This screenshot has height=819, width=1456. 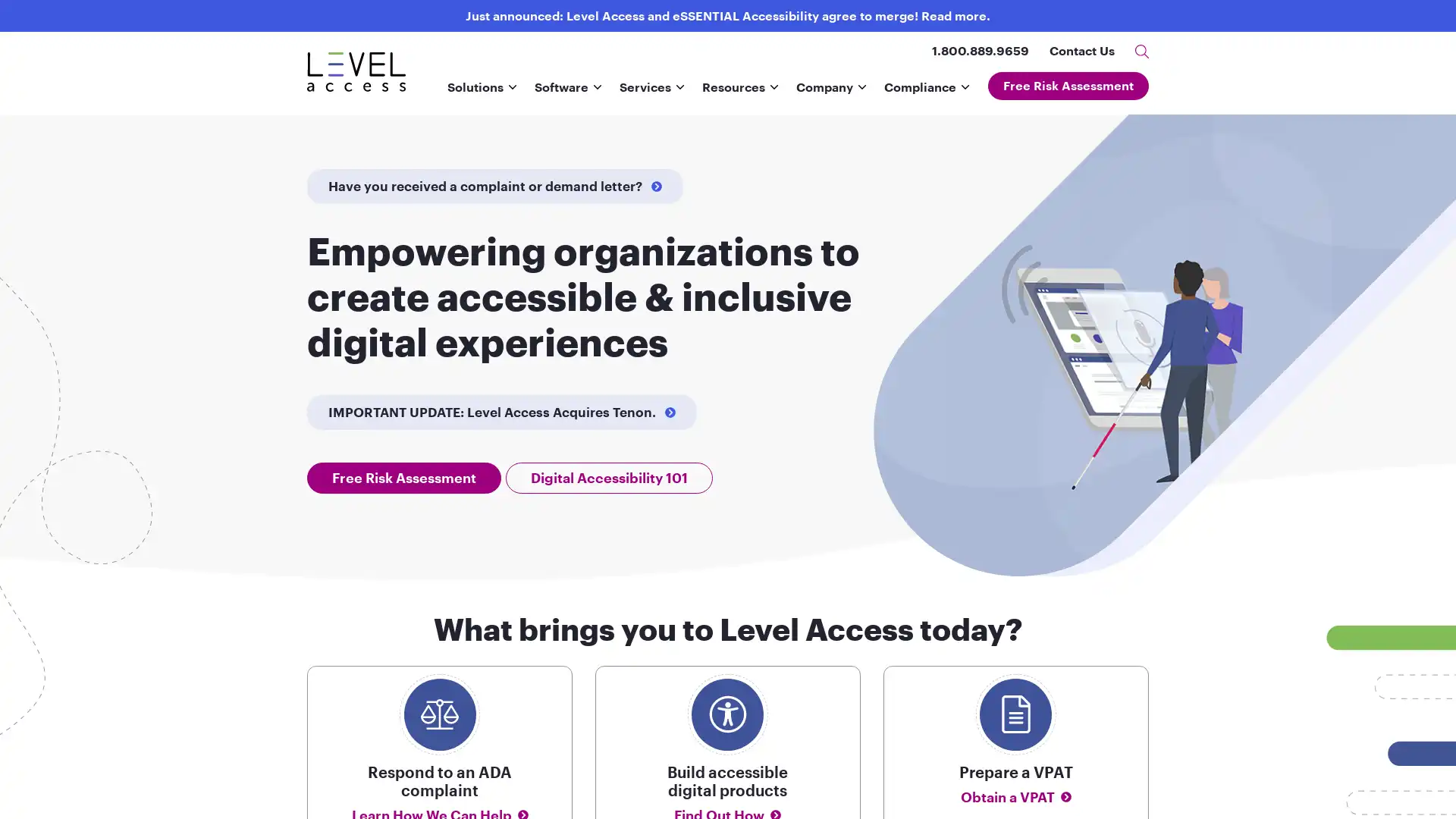 I want to click on Software, so click(x=566, y=93).